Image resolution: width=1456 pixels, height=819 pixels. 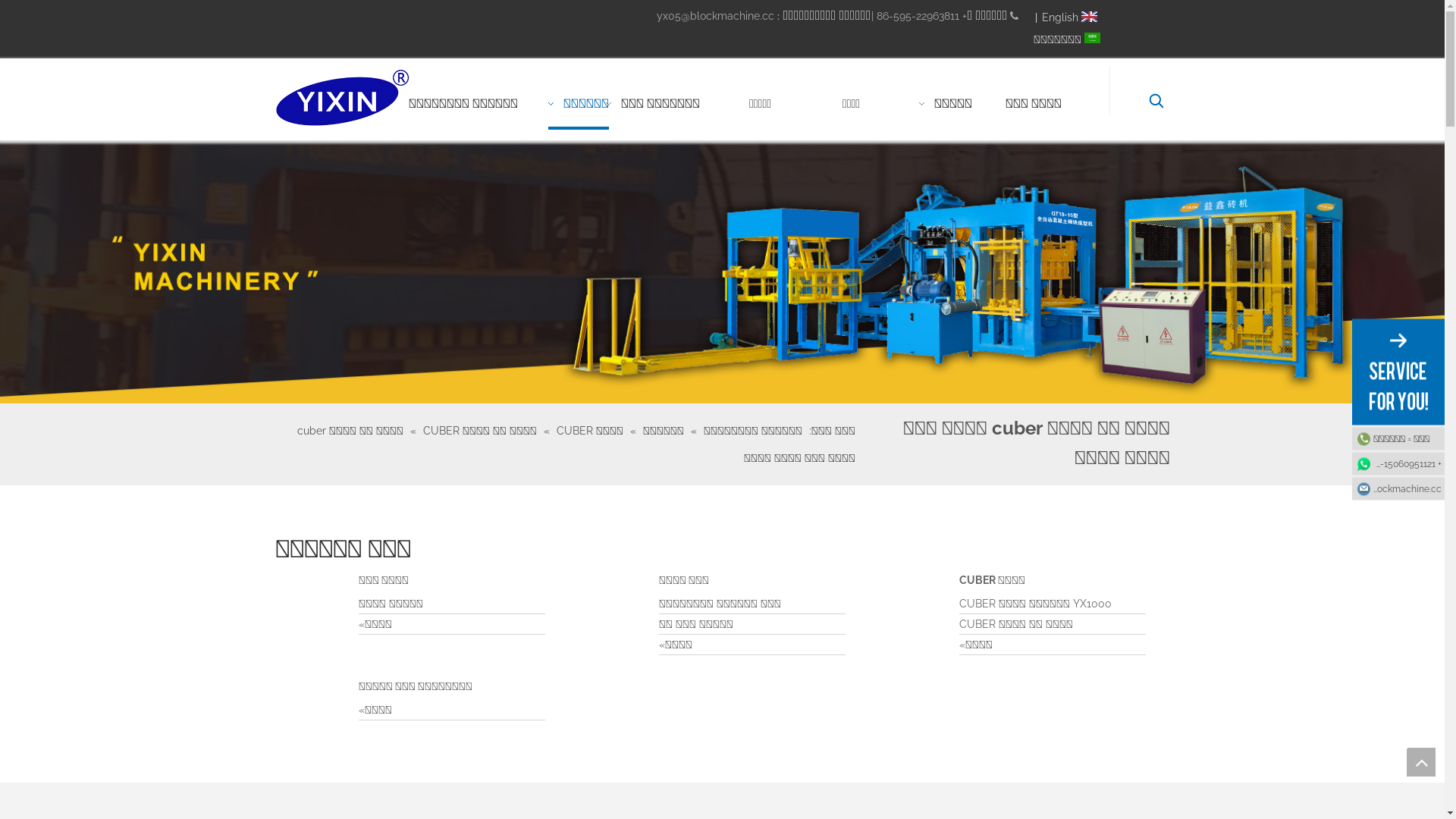 I want to click on '+ 86-15060951121', so click(x=1397, y=462).